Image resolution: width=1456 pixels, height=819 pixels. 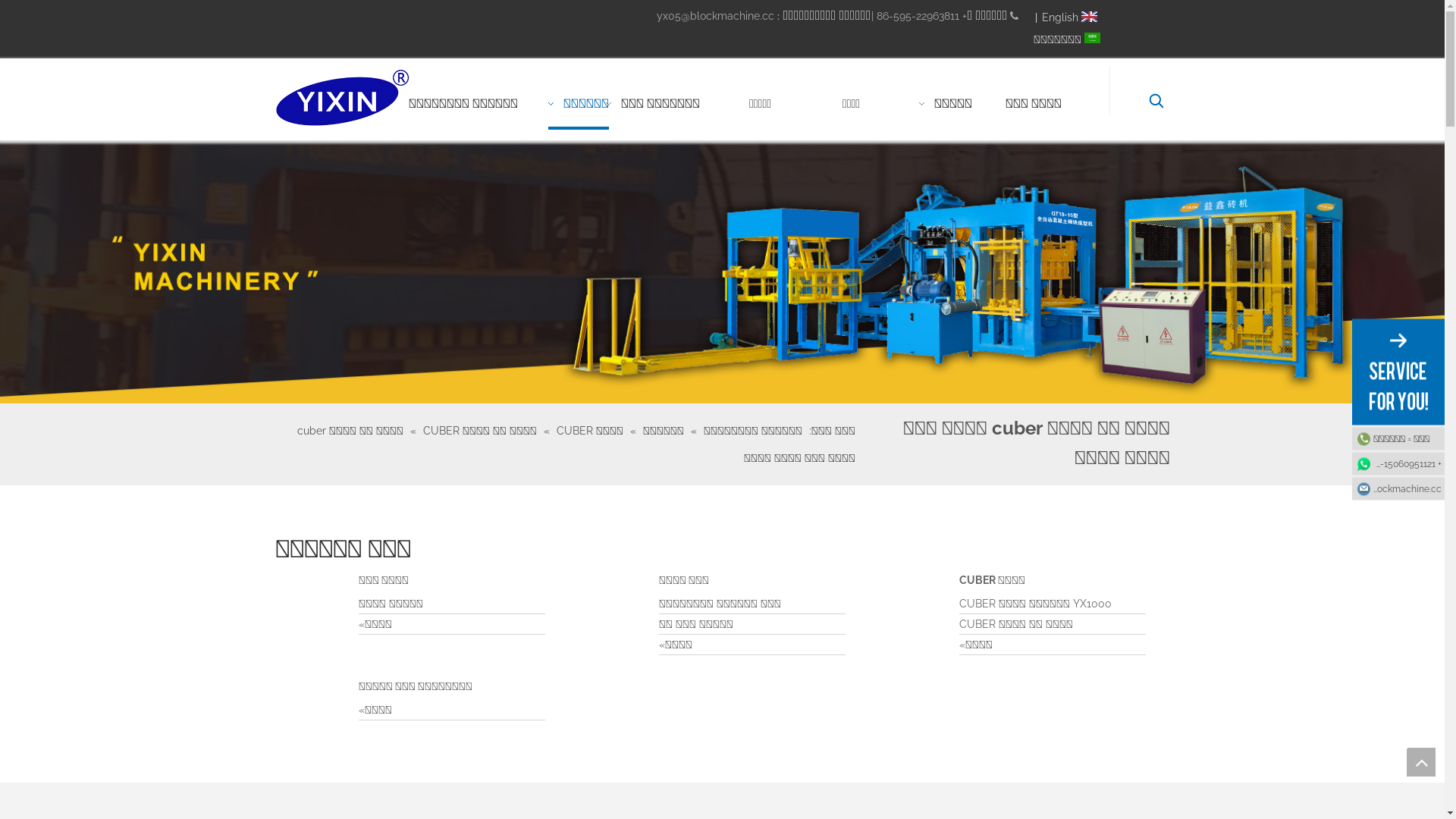 I want to click on '+ 86-15060951121', so click(x=1397, y=462).